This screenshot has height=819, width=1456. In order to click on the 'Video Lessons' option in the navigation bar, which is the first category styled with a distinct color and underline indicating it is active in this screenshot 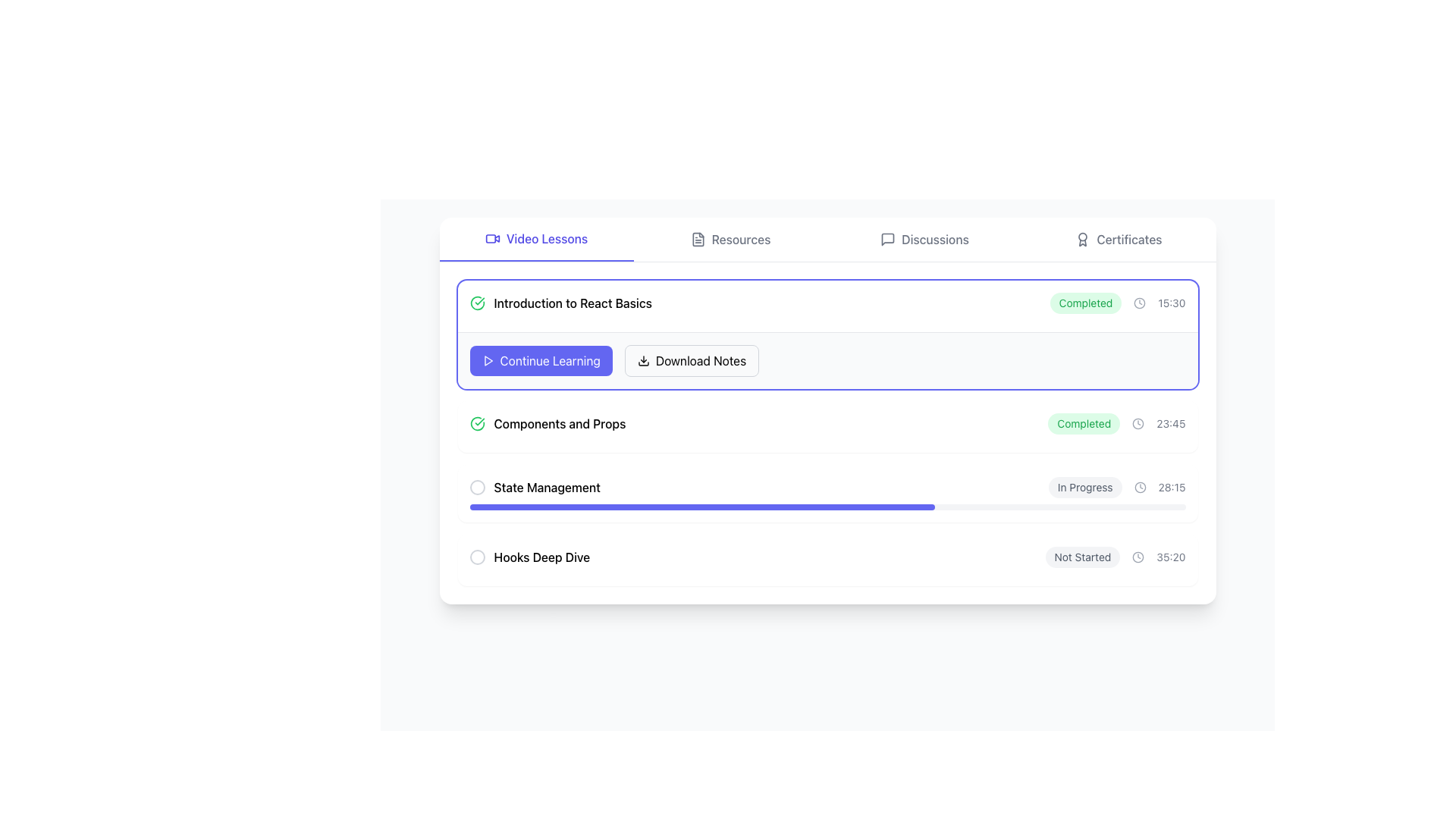, I will do `click(827, 239)`.